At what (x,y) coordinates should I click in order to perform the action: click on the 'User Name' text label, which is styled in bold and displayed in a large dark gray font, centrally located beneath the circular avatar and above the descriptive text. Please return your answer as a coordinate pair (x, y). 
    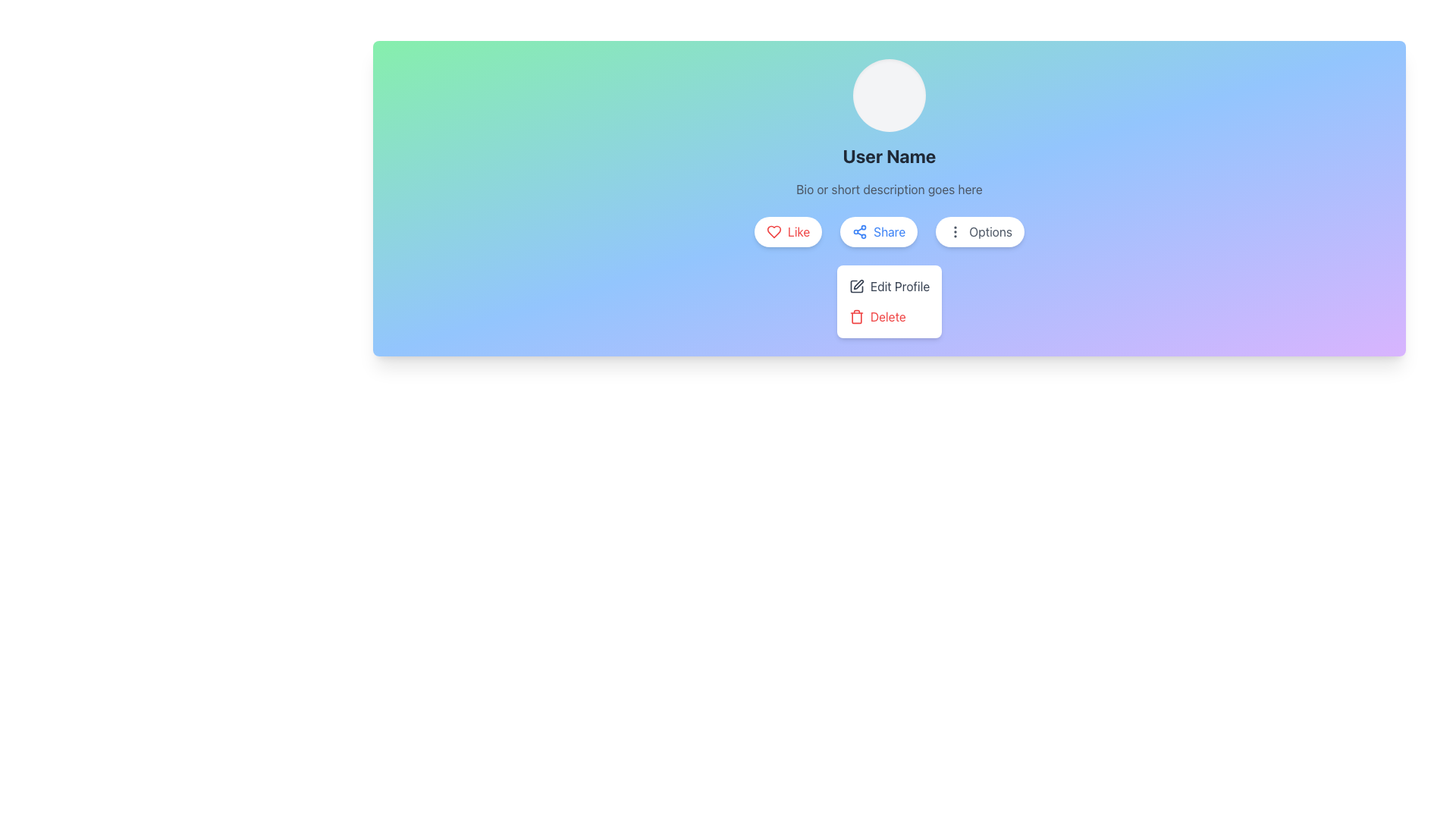
    Looking at the image, I should click on (889, 155).